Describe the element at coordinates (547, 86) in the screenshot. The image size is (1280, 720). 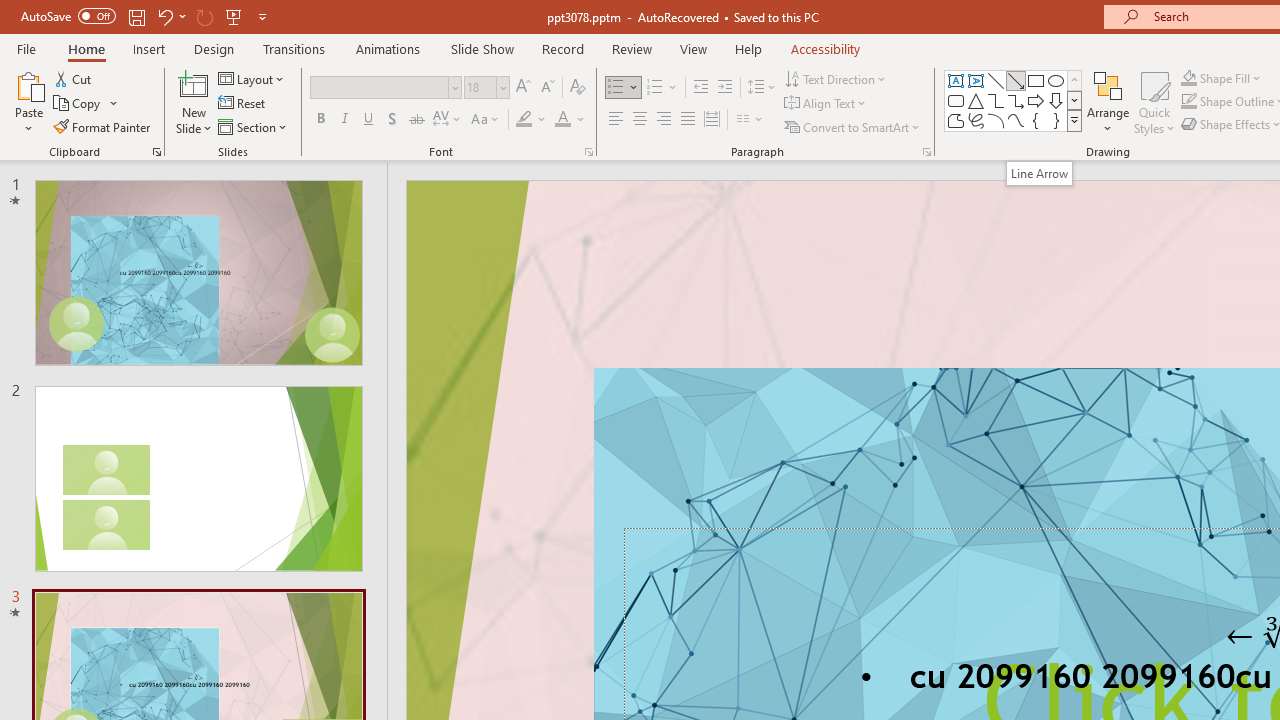
I see `'Decrease Font Size'` at that location.